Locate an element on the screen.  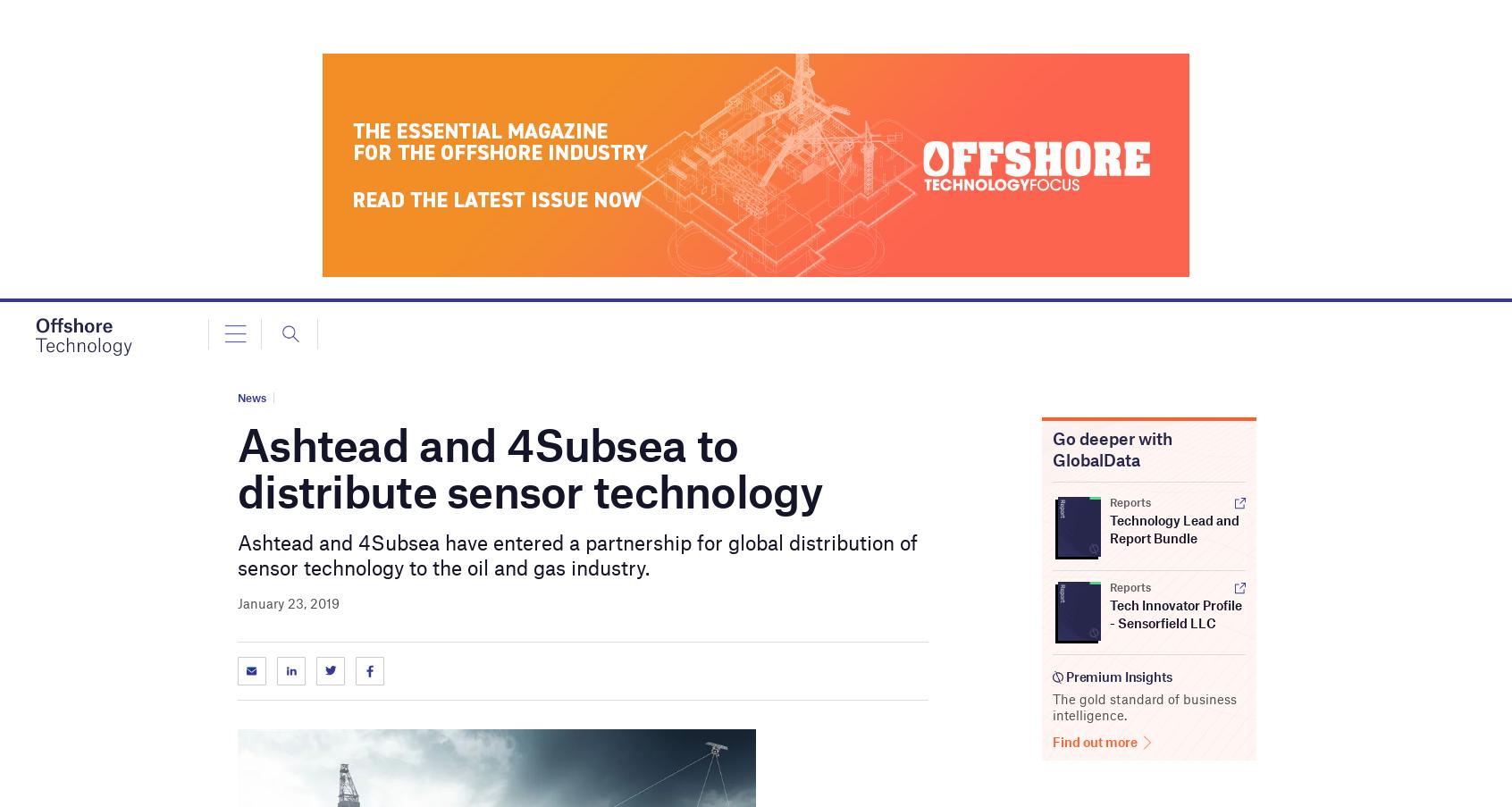
'Partner Content' is located at coordinates (97, 352).